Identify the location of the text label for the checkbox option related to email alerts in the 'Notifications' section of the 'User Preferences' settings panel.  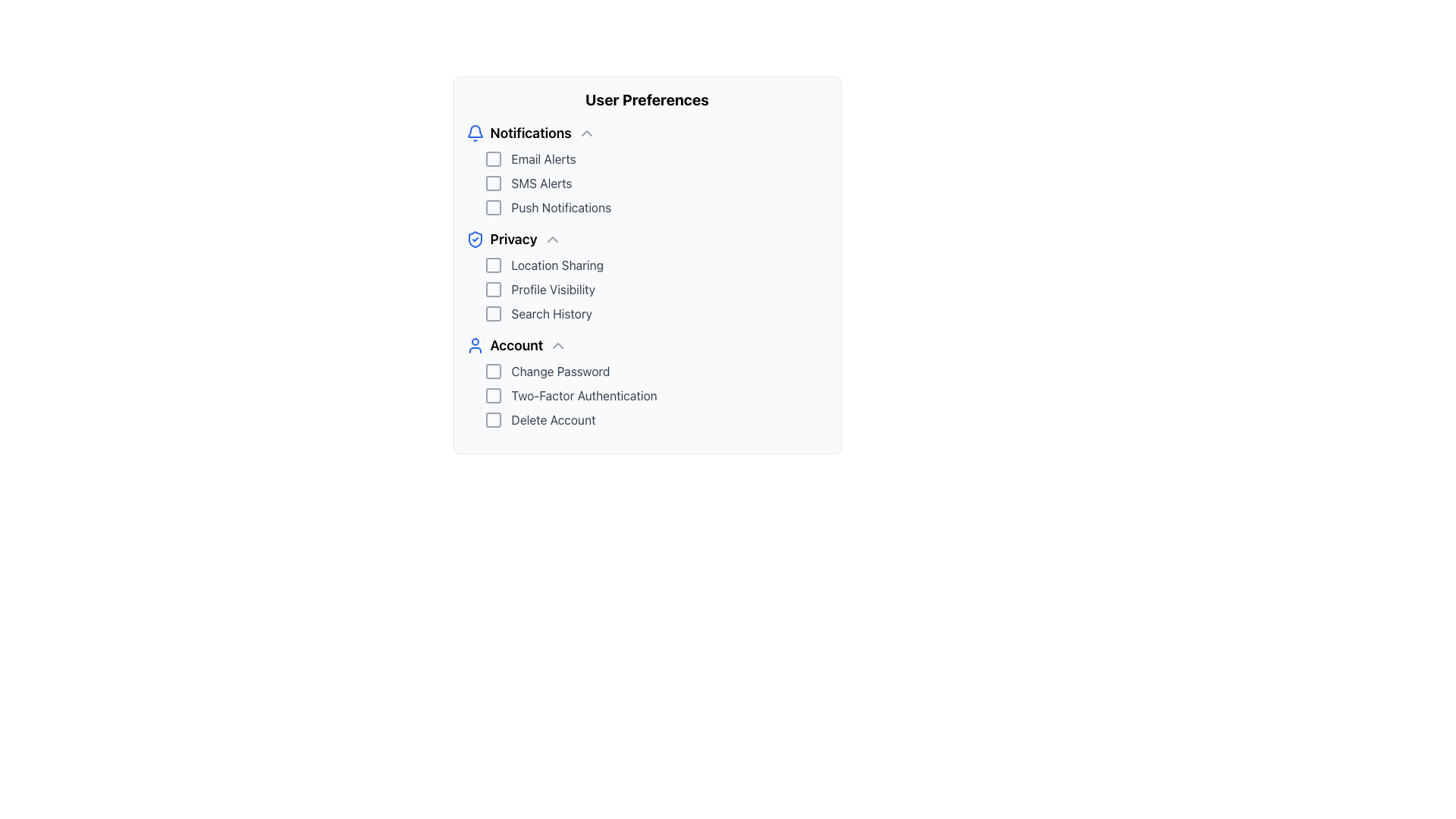
(544, 158).